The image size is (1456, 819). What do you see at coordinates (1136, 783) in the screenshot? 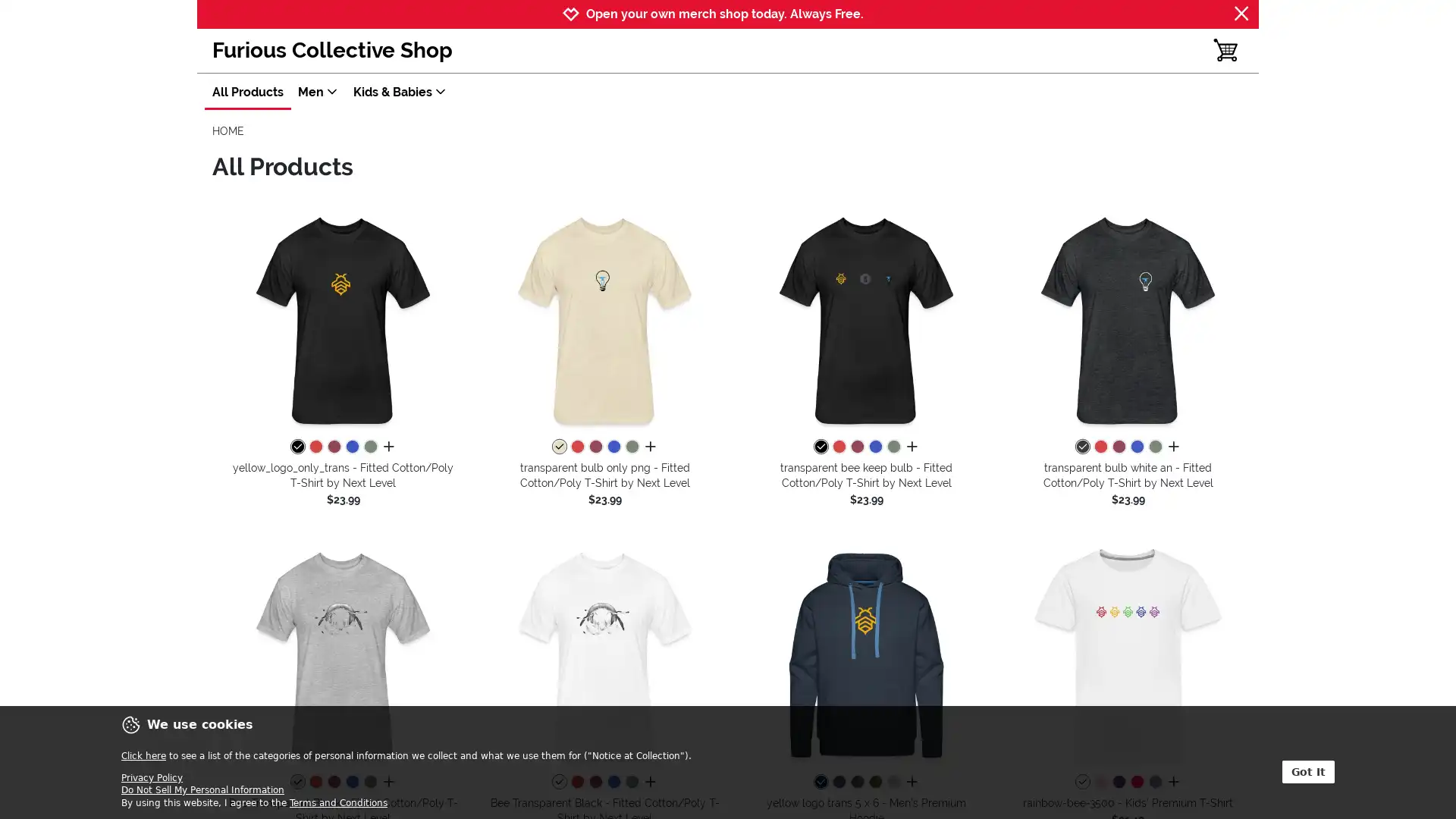
I see `dark pink` at bounding box center [1136, 783].